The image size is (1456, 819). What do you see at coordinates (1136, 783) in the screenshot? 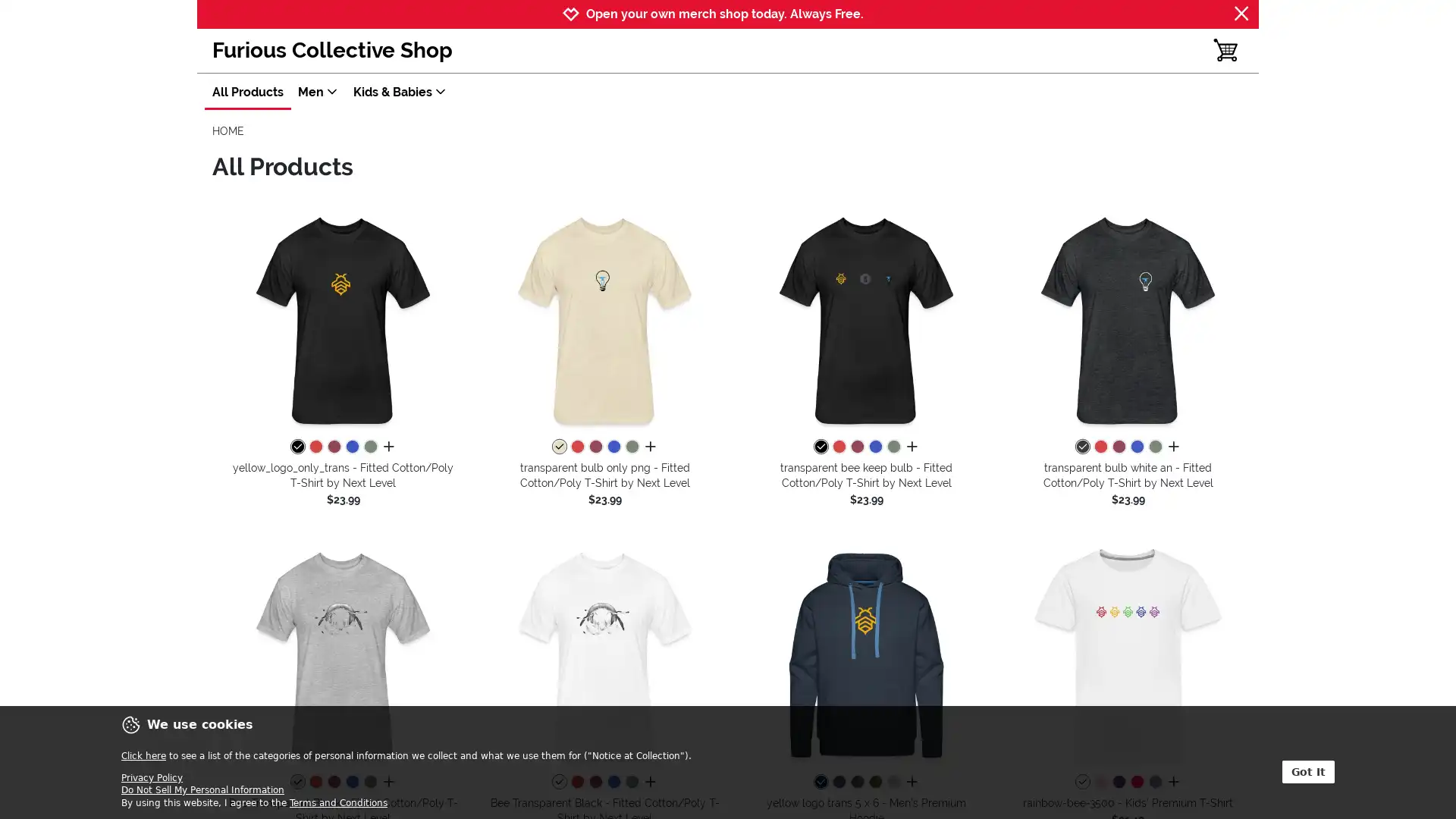
I see `dark pink` at bounding box center [1136, 783].